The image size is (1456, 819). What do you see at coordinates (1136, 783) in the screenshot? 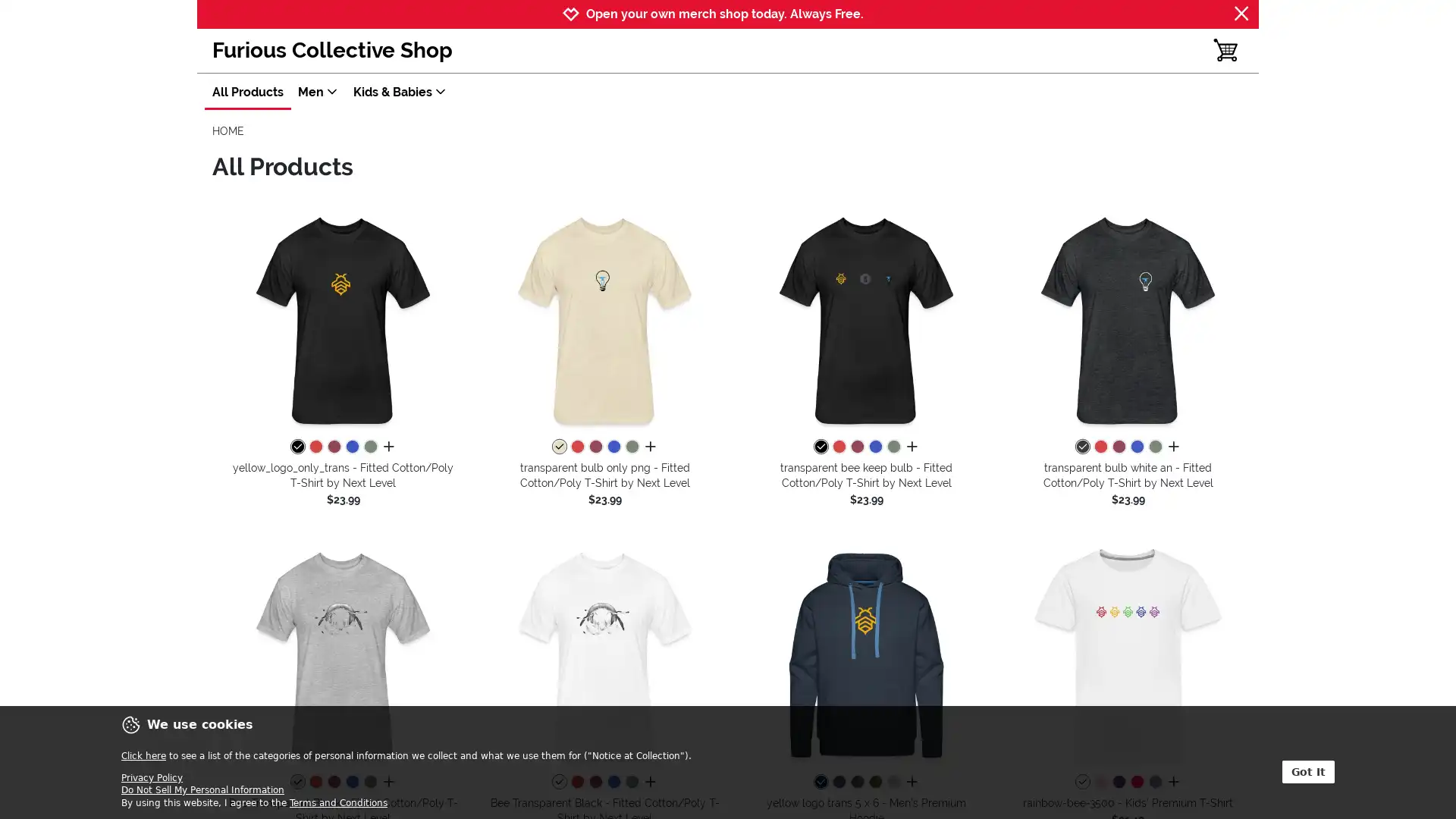
I see `dark pink` at bounding box center [1136, 783].